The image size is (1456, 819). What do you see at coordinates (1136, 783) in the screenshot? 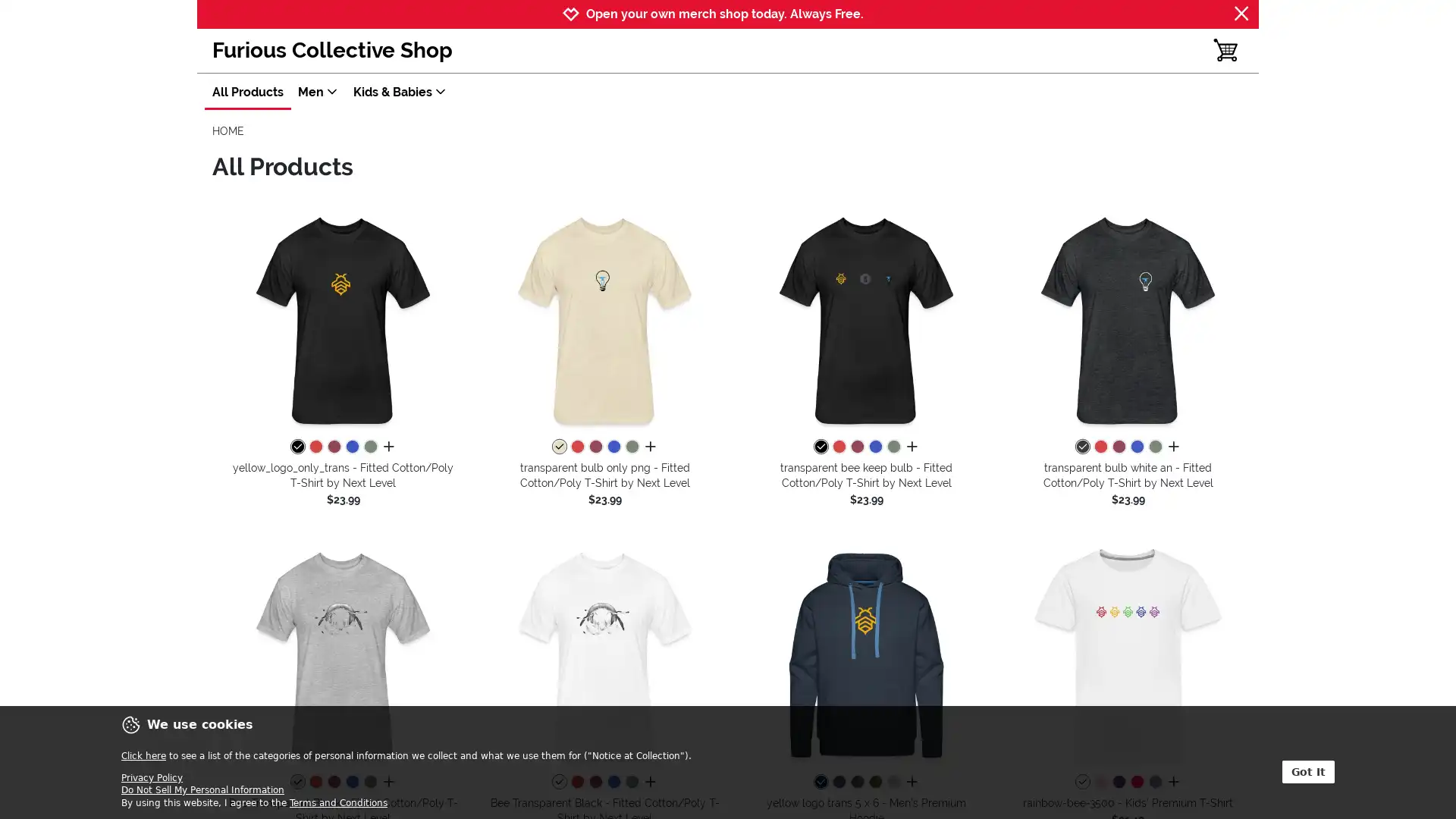
I see `dark pink` at bounding box center [1136, 783].